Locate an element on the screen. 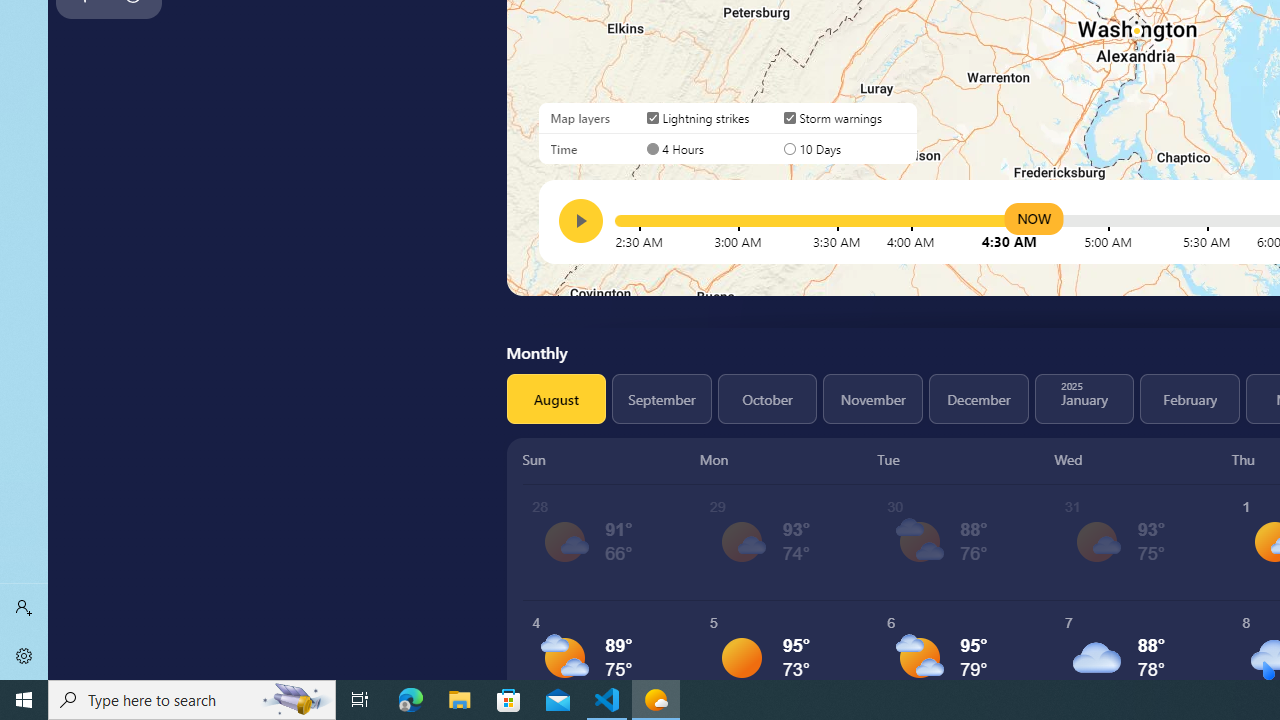  'Settings' is located at coordinates (24, 655).